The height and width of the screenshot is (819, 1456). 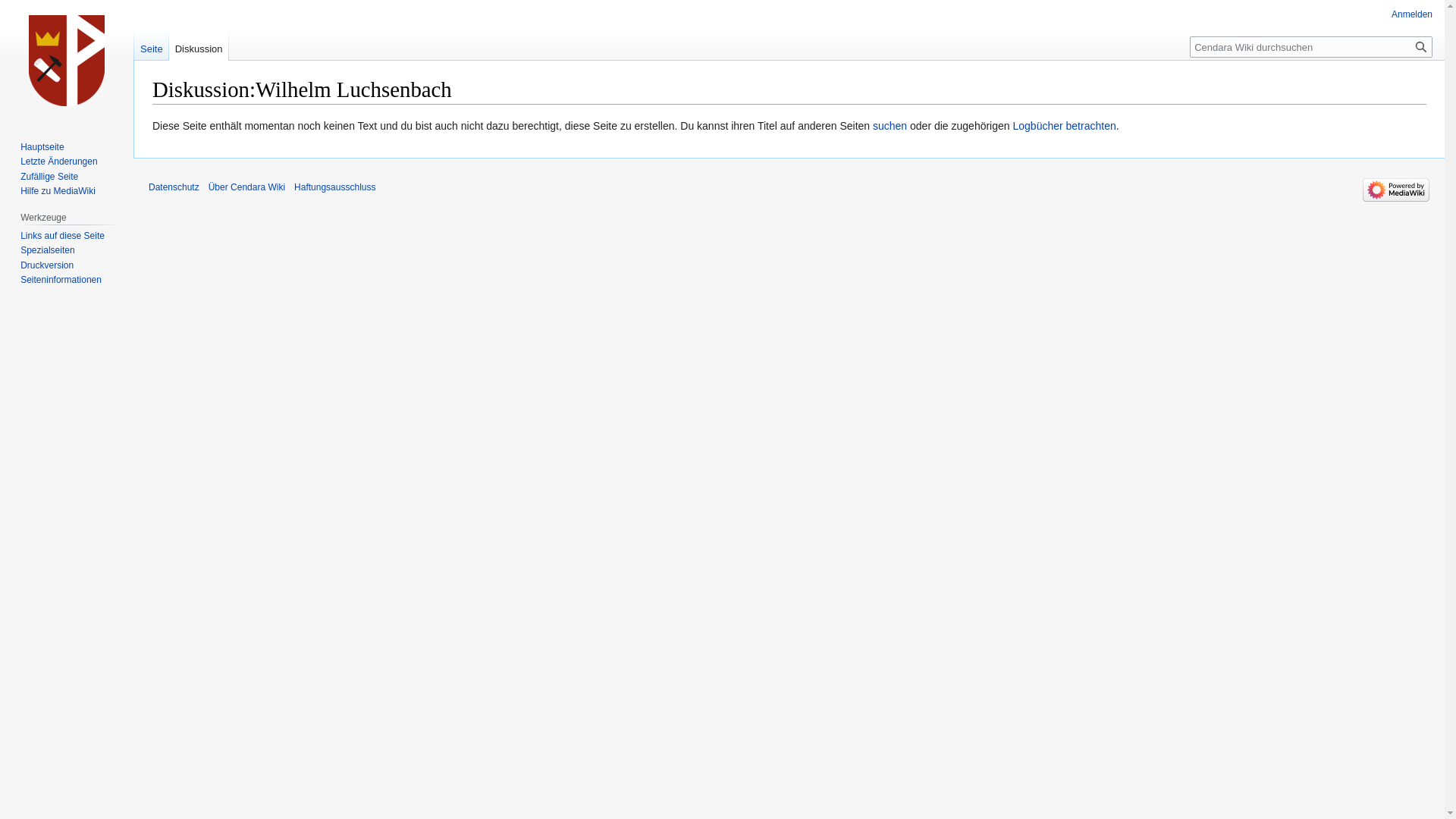 I want to click on 'Druckversion', so click(x=20, y=265).